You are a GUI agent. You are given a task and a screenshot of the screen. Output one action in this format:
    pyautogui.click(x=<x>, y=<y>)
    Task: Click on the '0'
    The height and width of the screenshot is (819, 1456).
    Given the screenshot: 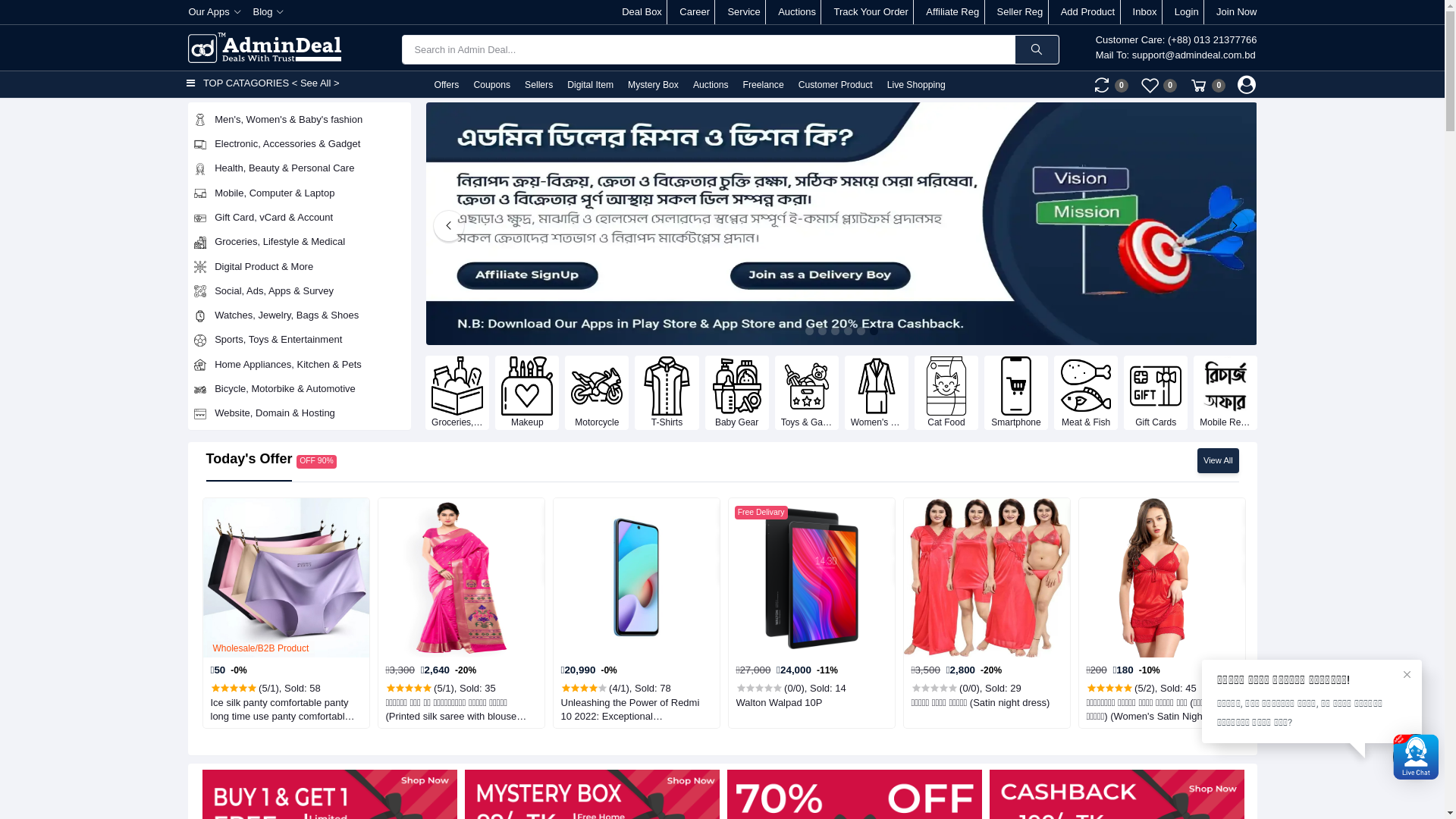 What is the action you would take?
    pyautogui.click(x=1188, y=84)
    